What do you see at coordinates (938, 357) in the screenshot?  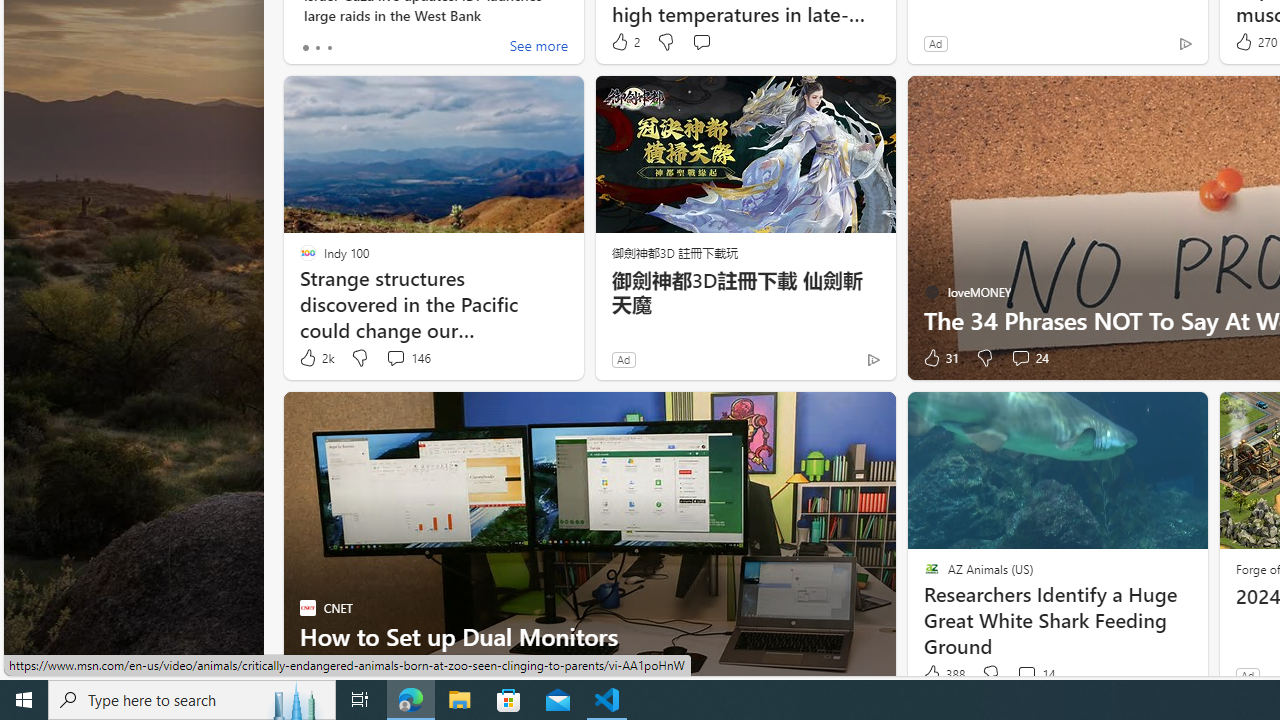 I see `'31 Like'` at bounding box center [938, 357].